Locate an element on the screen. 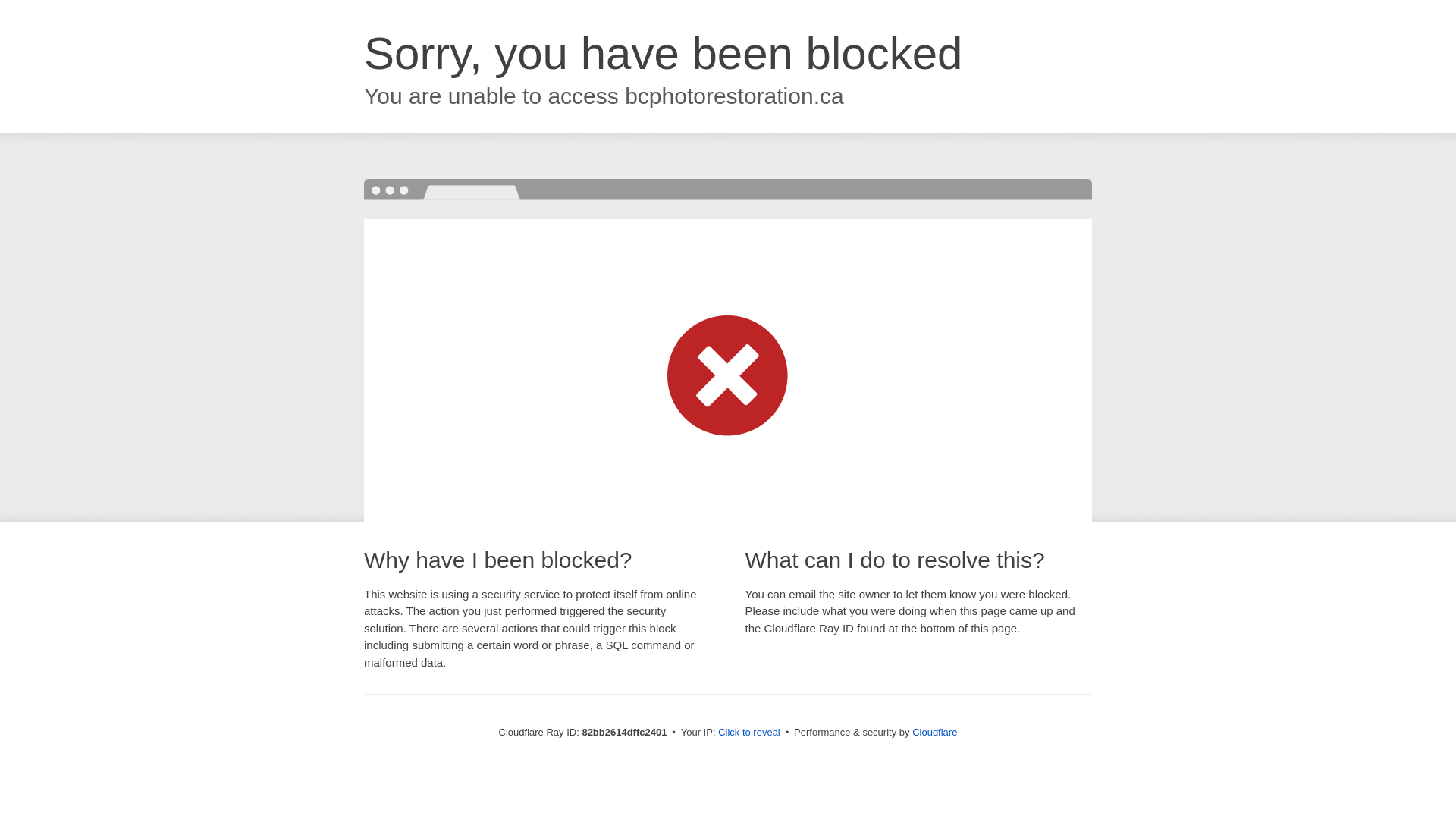 The width and height of the screenshot is (1456, 819). 'Click to reveal' is located at coordinates (717, 731).